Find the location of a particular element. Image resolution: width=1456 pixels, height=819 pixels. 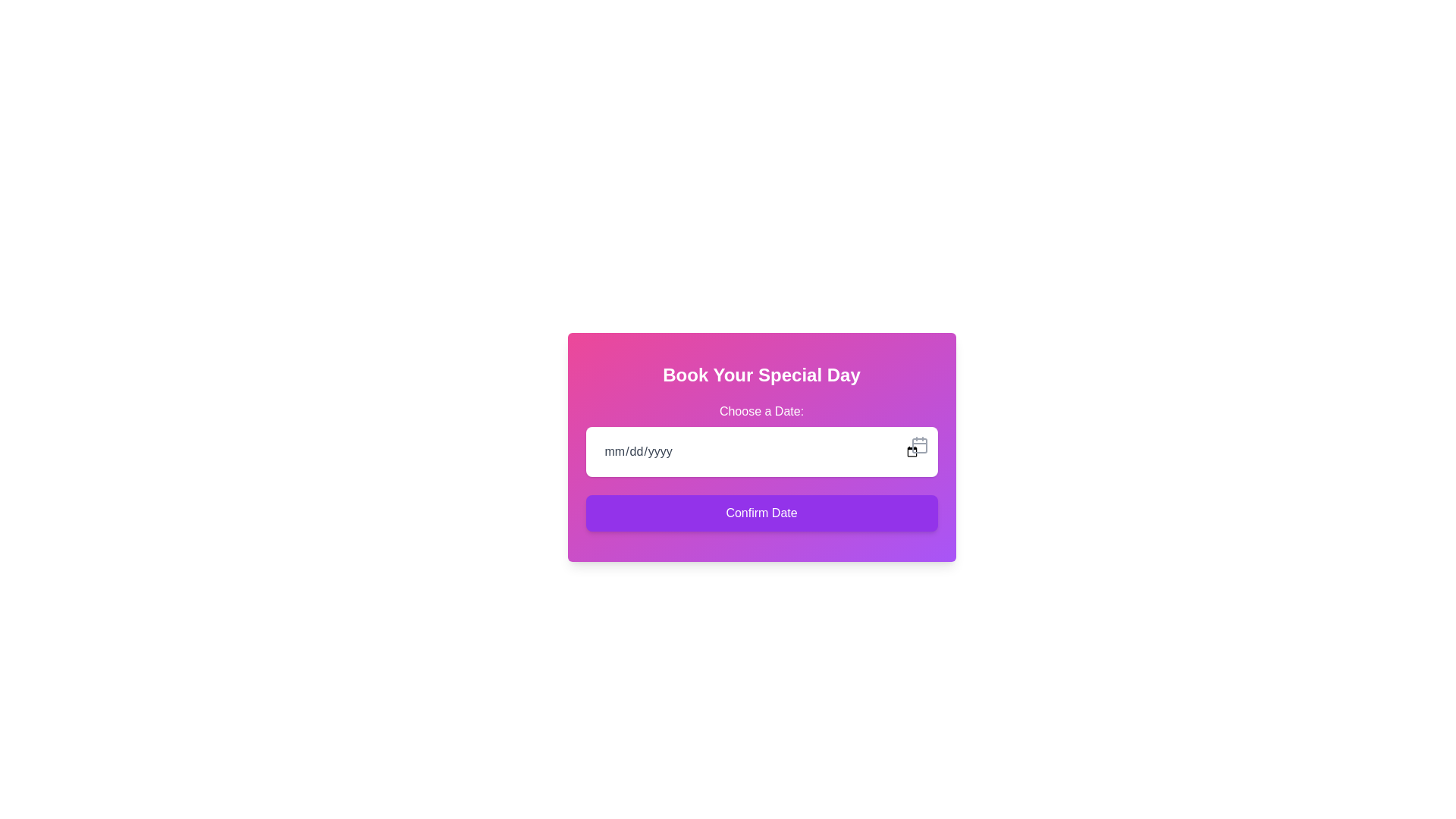

the calendar icon located at the top-right corner inside the date input field is located at coordinates (918, 444).